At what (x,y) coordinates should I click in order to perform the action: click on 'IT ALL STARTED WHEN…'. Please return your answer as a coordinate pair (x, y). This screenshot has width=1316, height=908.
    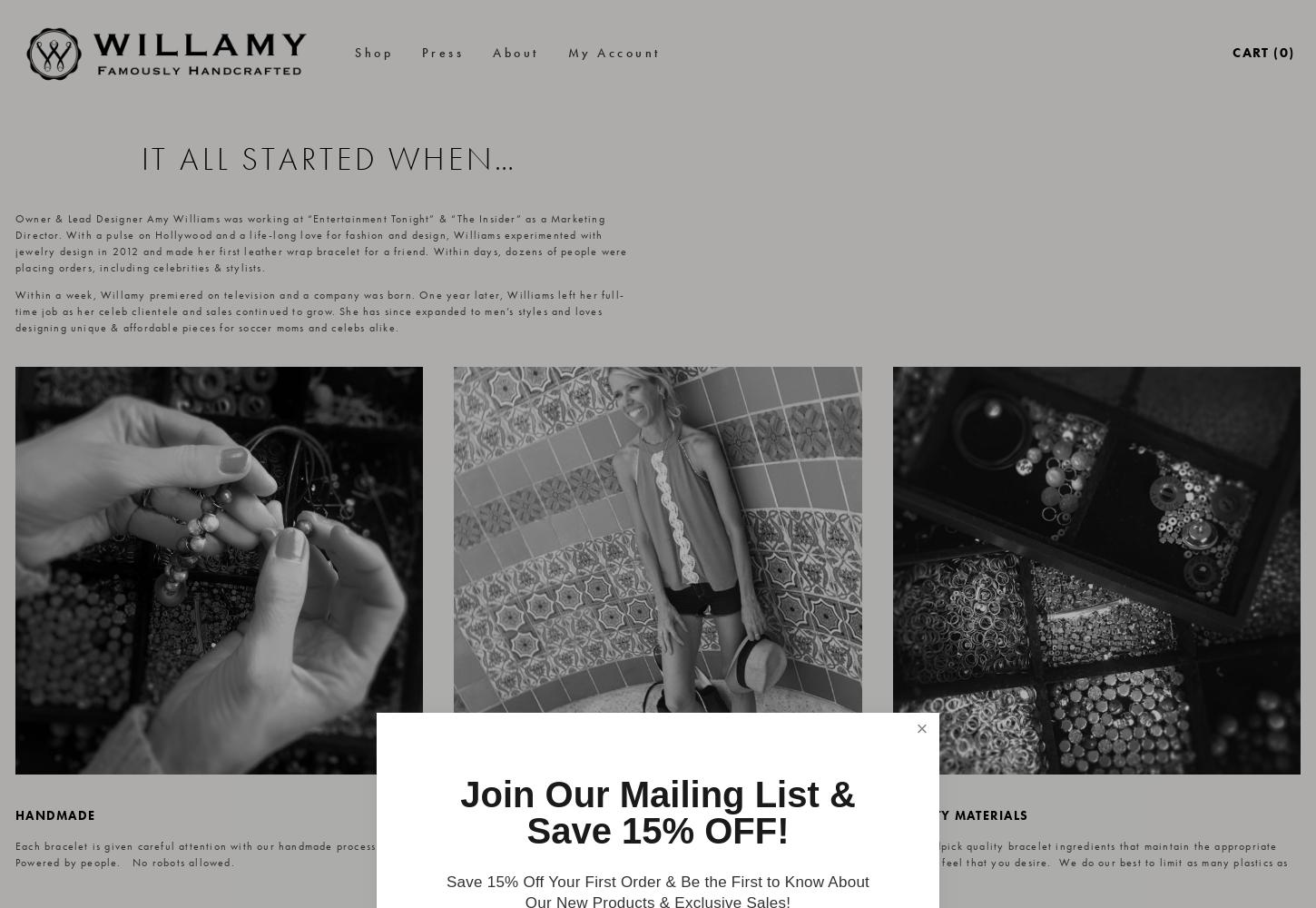
    Looking at the image, I should click on (329, 158).